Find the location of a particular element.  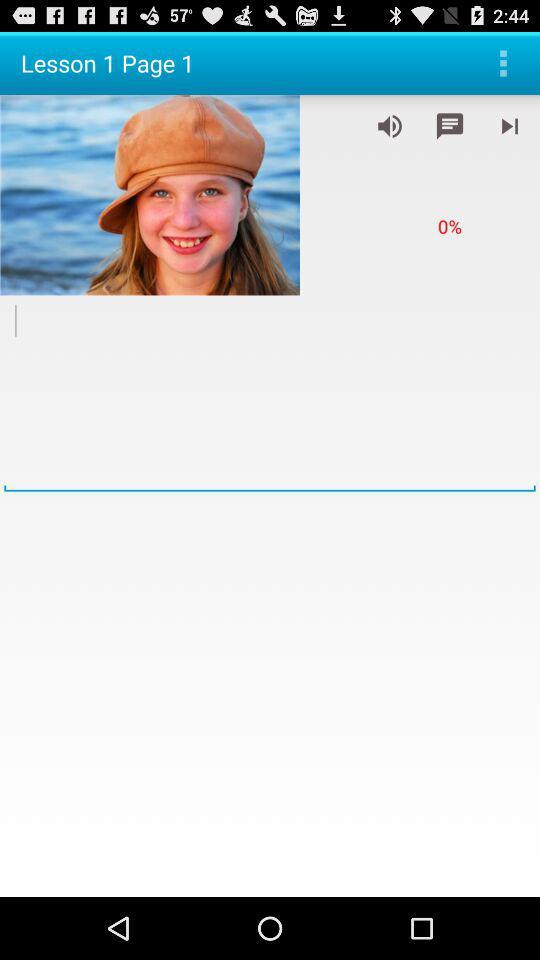

next page is located at coordinates (509, 125).